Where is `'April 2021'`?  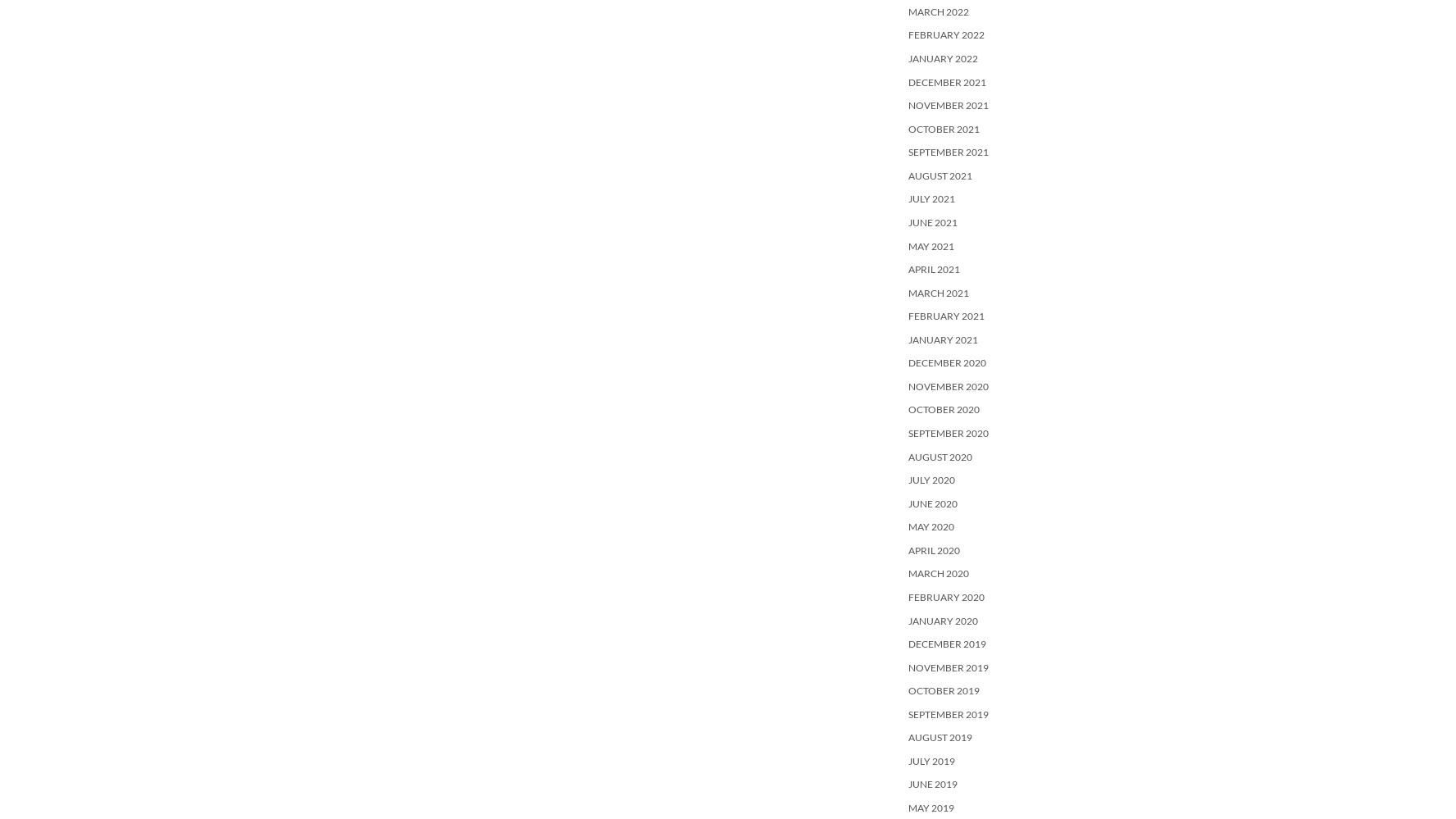 'April 2021' is located at coordinates (934, 268).